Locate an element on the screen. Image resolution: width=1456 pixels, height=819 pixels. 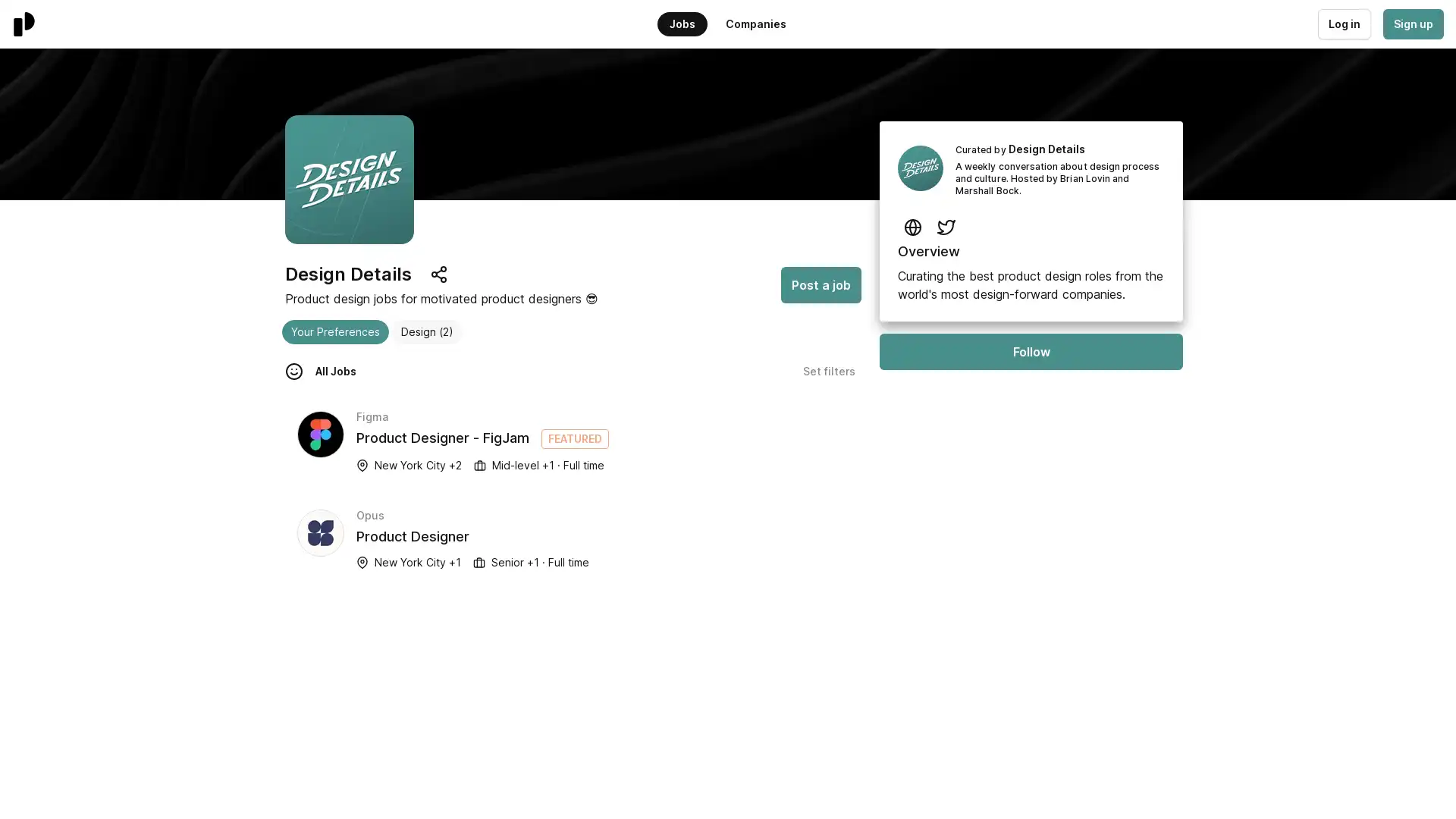
Log in is located at coordinates (1343, 24).